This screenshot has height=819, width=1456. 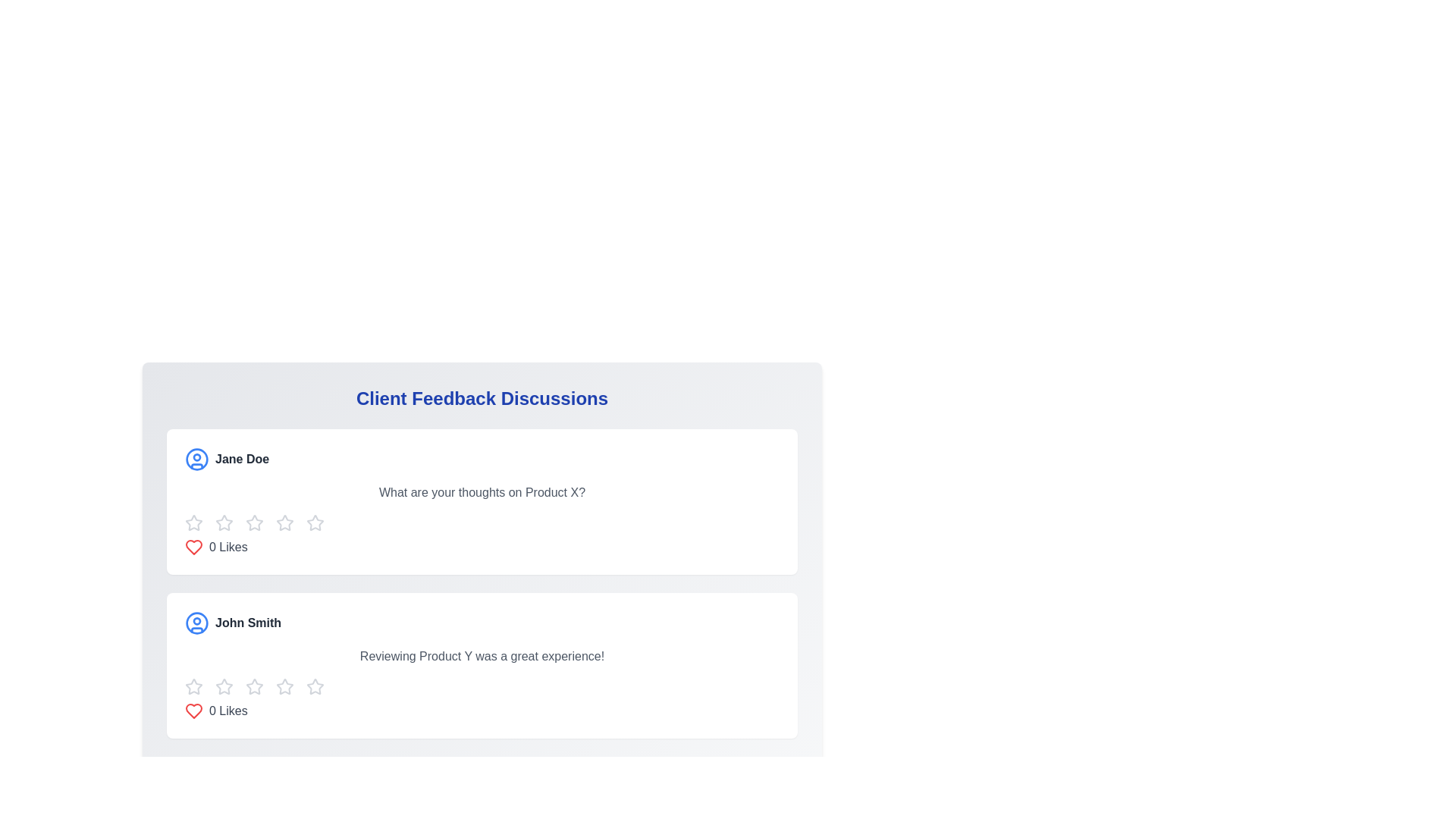 What do you see at coordinates (284, 686) in the screenshot?
I see `the third star in the rating system, which is represented as a light gray star-shaped icon` at bounding box center [284, 686].